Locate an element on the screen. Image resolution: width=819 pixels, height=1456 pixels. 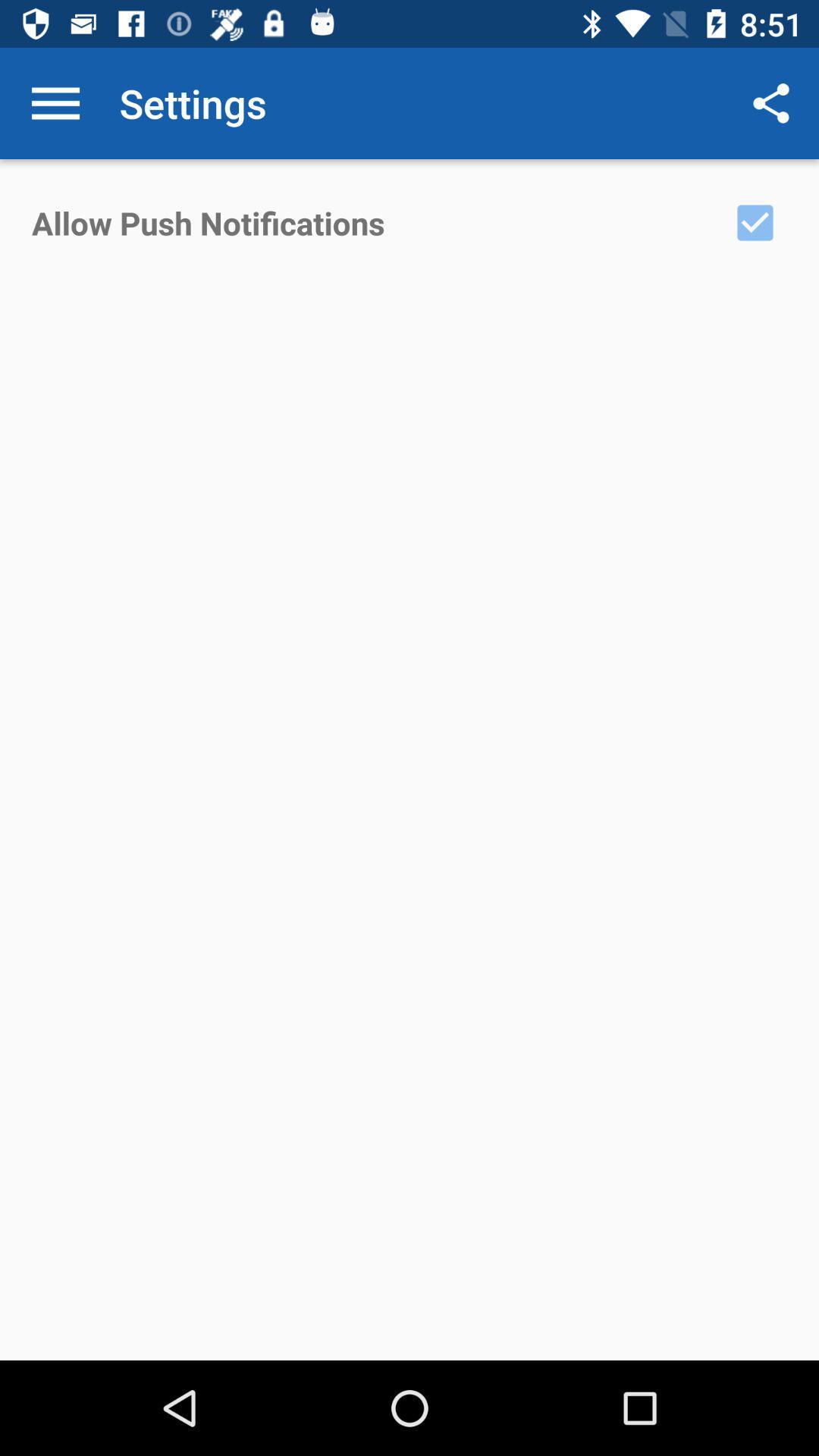
app next to settings is located at coordinates (771, 102).